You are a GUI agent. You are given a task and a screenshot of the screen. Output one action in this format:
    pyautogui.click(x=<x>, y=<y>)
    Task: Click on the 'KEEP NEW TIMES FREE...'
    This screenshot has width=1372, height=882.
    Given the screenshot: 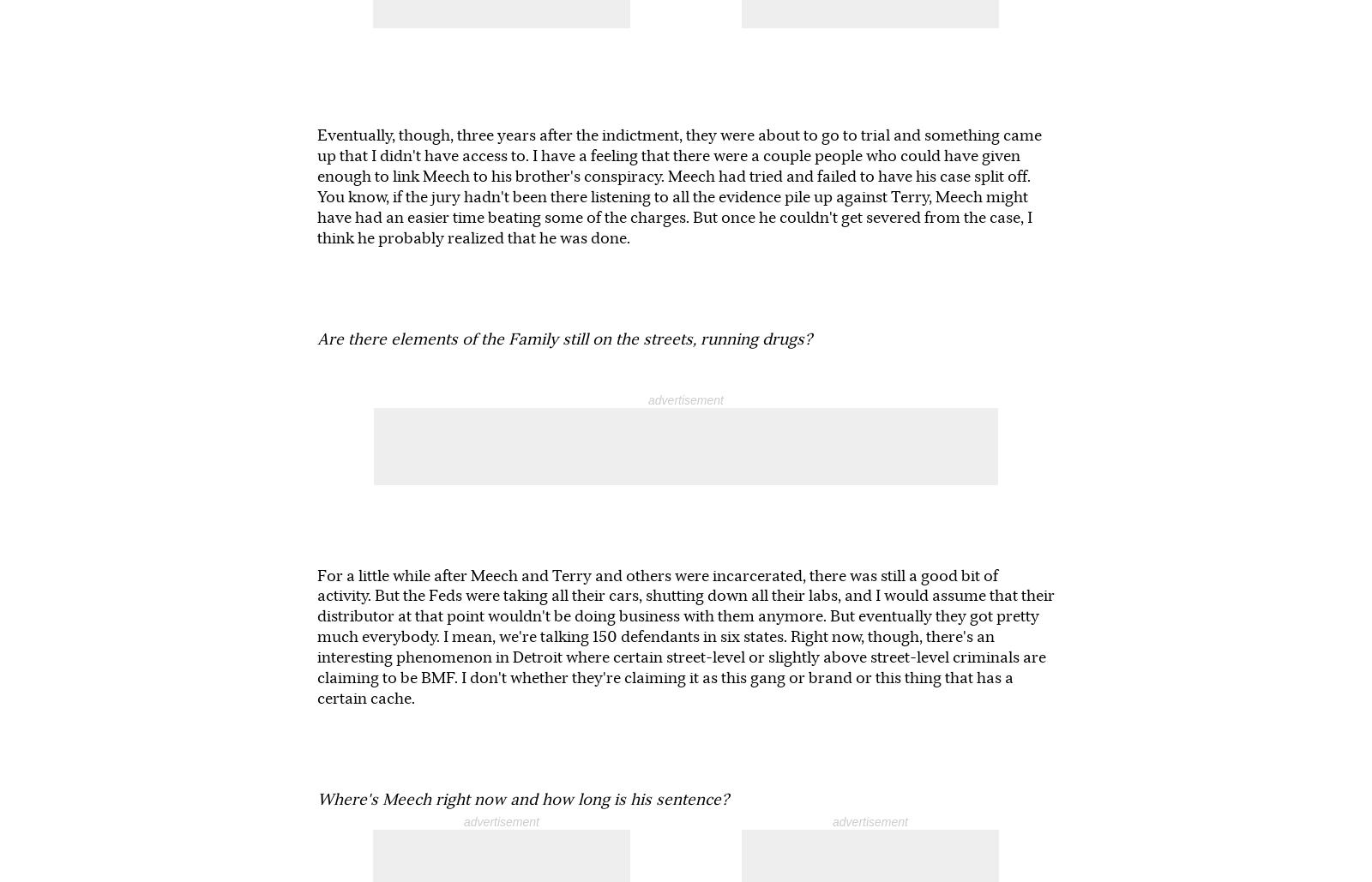 What is the action you would take?
    pyautogui.click(x=552, y=797)
    